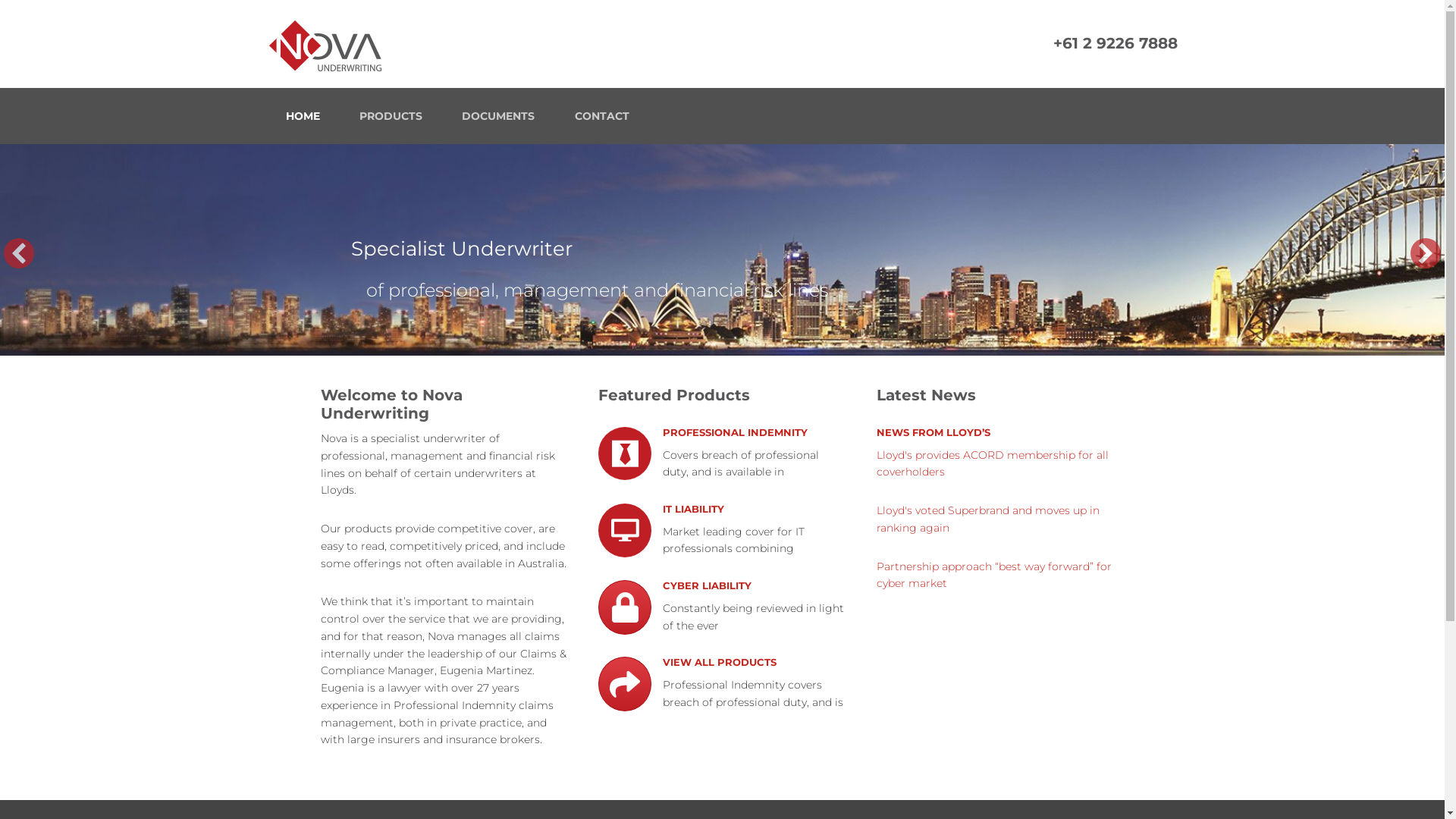 This screenshot has height=819, width=1456. Describe the element at coordinates (266, 42) in the screenshot. I see `'Nova Underwriting'` at that location.